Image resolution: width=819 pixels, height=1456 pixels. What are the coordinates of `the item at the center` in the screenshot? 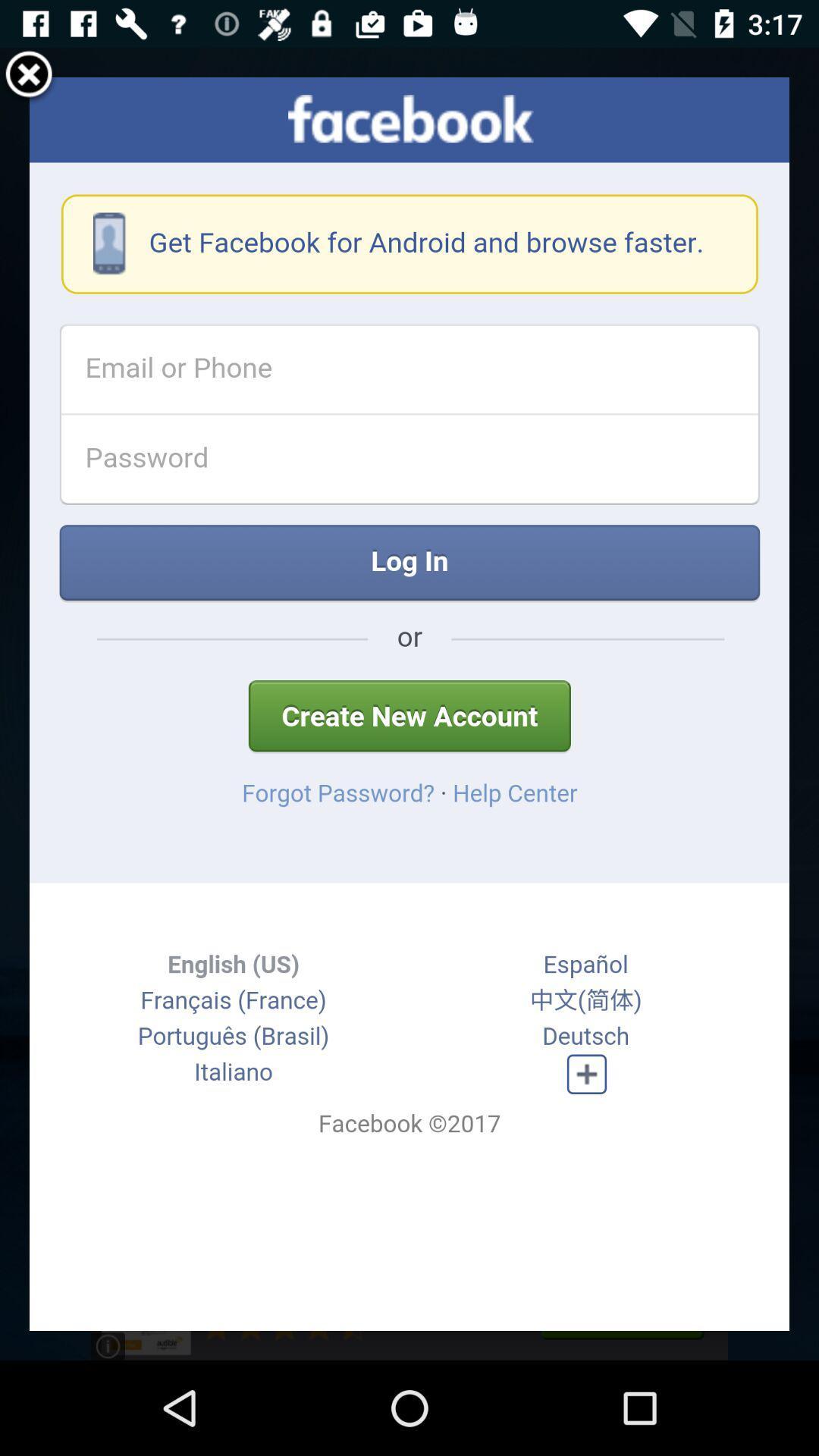 It's located at (409, 703).